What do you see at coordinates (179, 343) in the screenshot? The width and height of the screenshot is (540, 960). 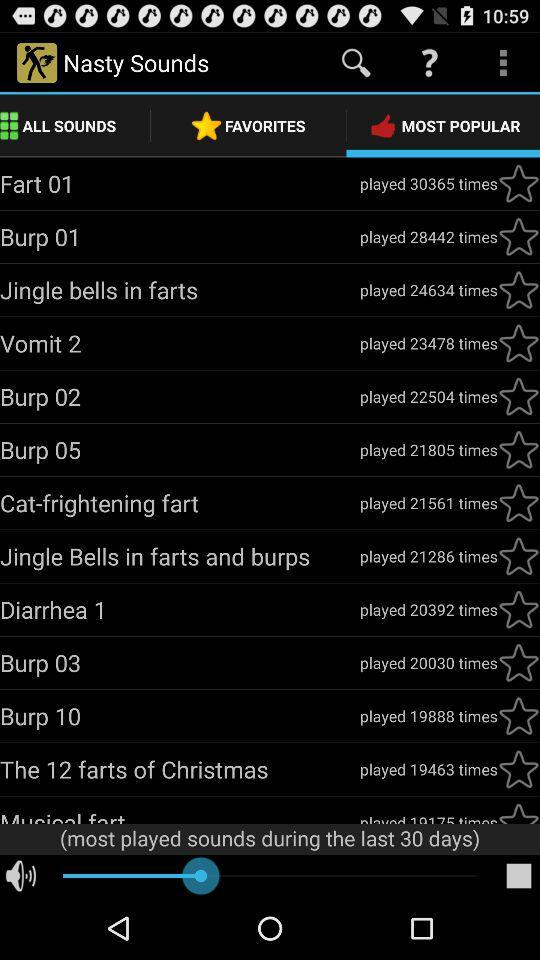 I see `app next to the played 23478 times app` at bounding box center [179, 343].